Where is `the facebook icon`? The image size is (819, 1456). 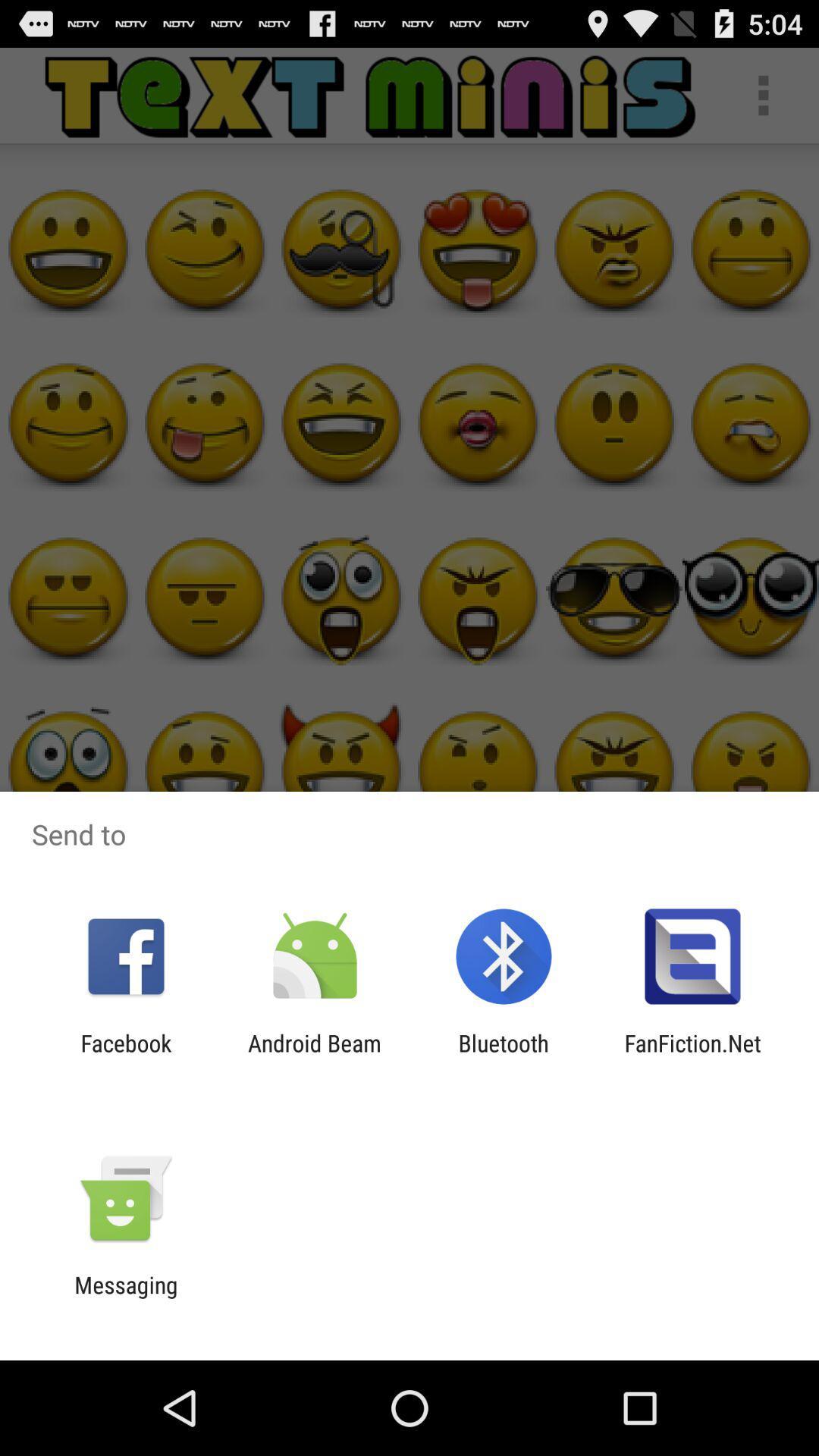 the facebook icon is located at coordinates (125, 1056).